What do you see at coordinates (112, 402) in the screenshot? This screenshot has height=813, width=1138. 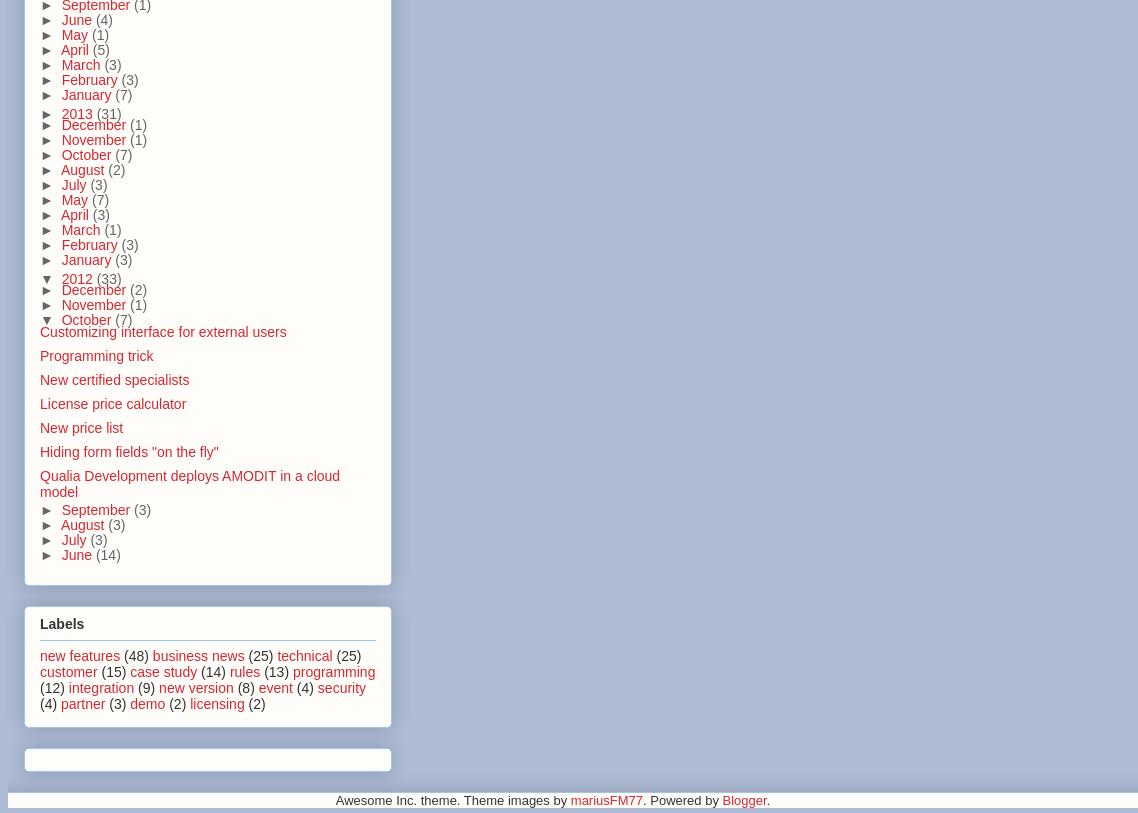 I see `'License price calculator'` at bounding box center [112, 402].